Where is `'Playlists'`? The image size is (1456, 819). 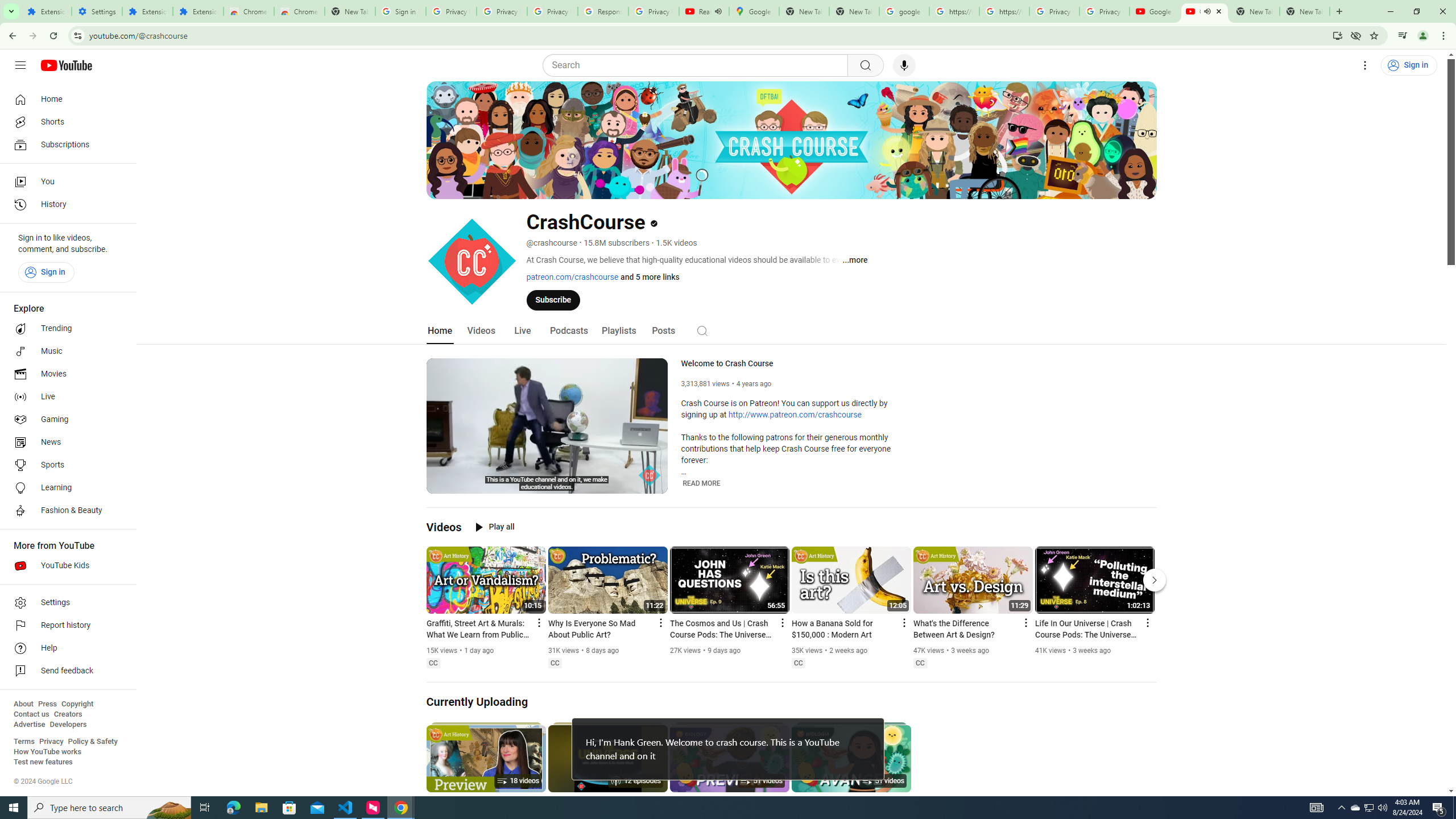
'Playlists' is located at coordinates (619, 330).